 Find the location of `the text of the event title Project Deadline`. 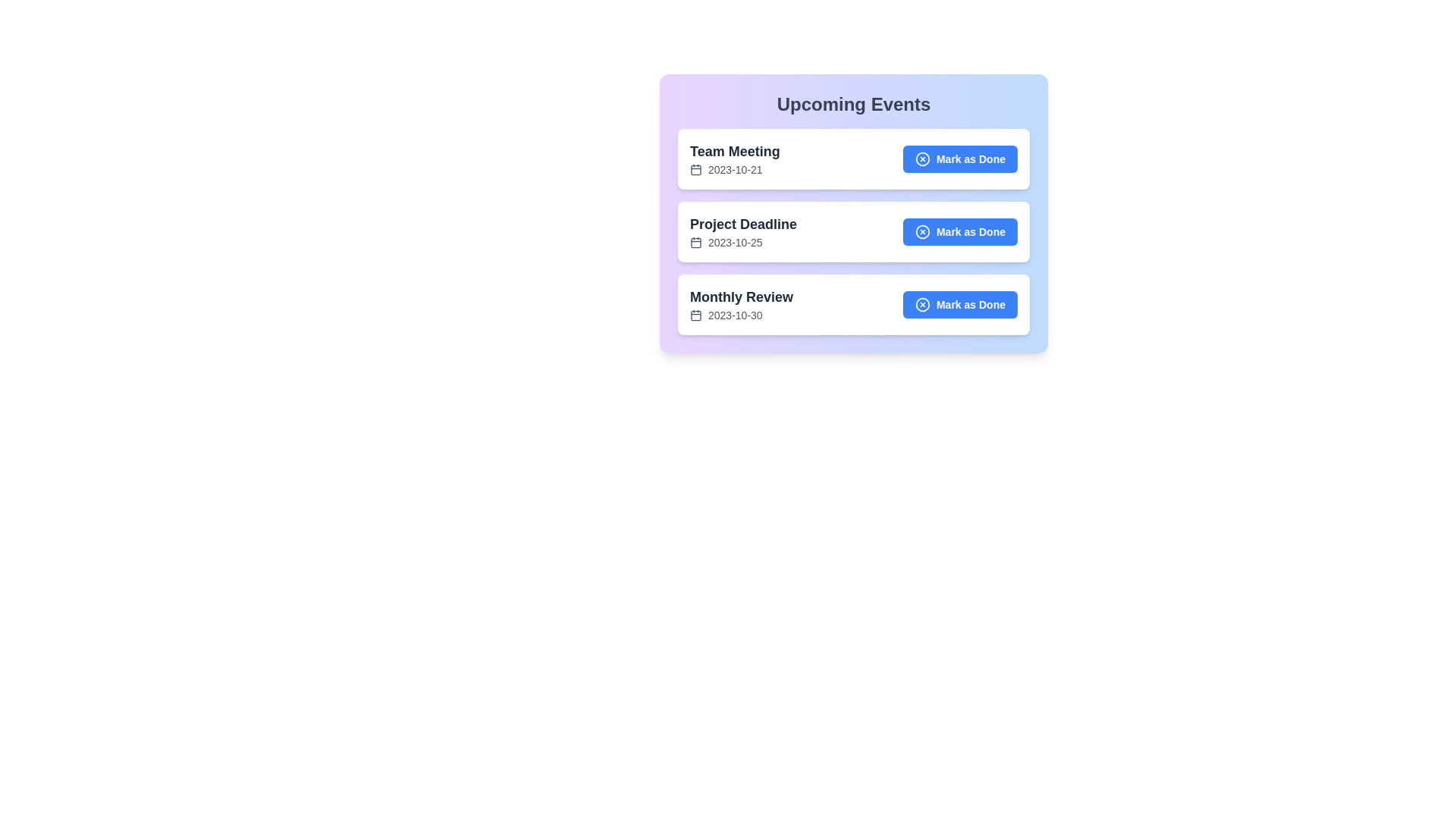

the text of the event title Project Deadline is located at coordinates (742, 224).